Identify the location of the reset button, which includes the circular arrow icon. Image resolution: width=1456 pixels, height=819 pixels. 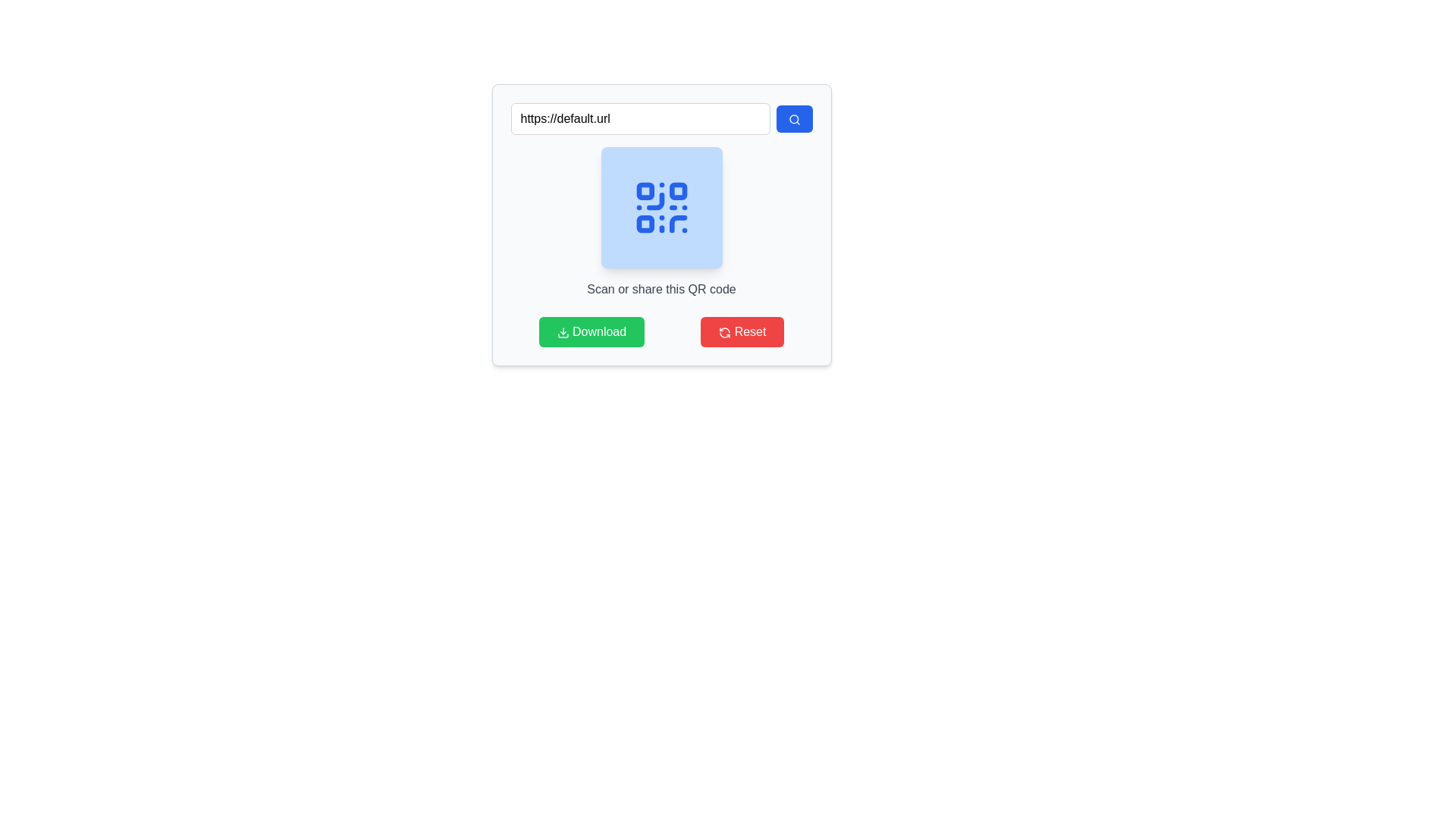
(724, 331).